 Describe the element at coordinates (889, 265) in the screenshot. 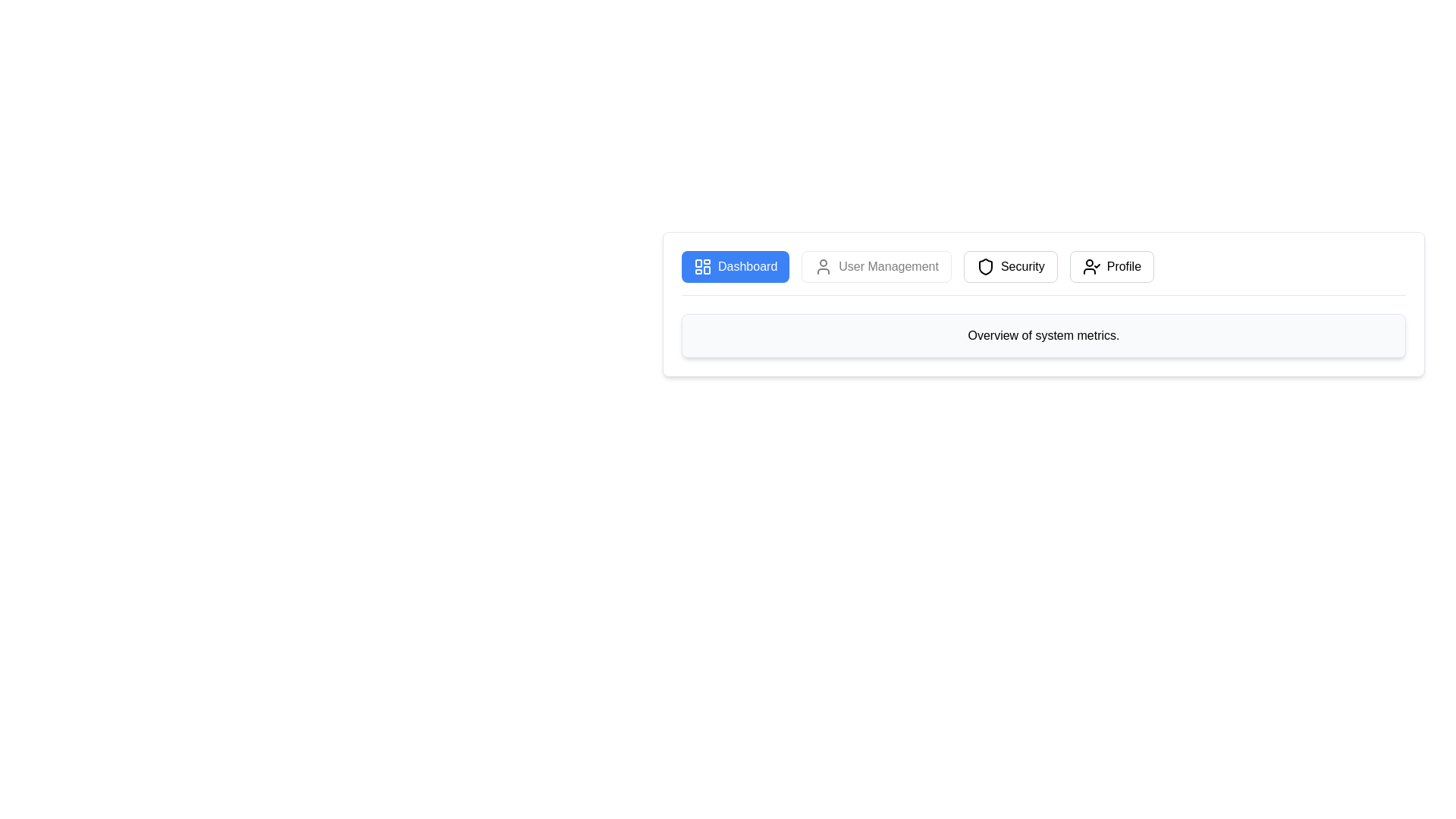

I see `the 'User Management' text within the navigation menu, which is styled in a button font and positioned between 'Dashboard' and 'Security'` at that location.